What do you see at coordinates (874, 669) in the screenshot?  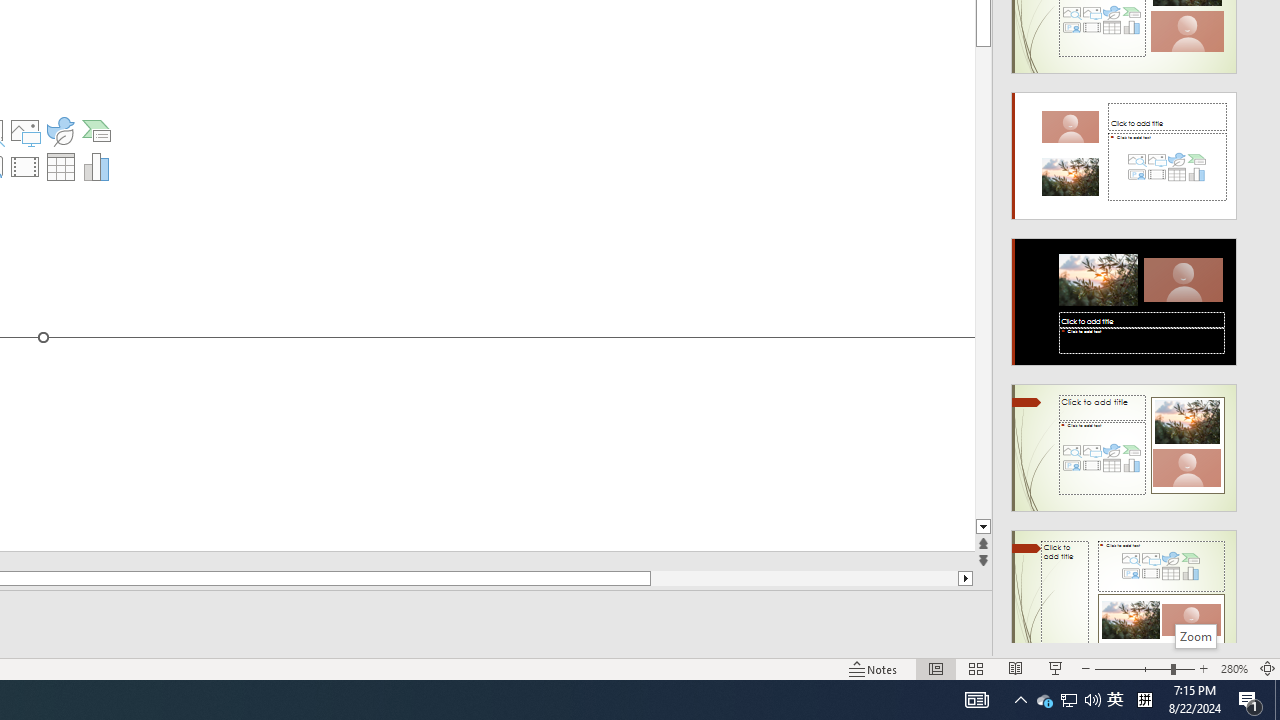 I see `'Notes '` at bounding box center [874, 669].